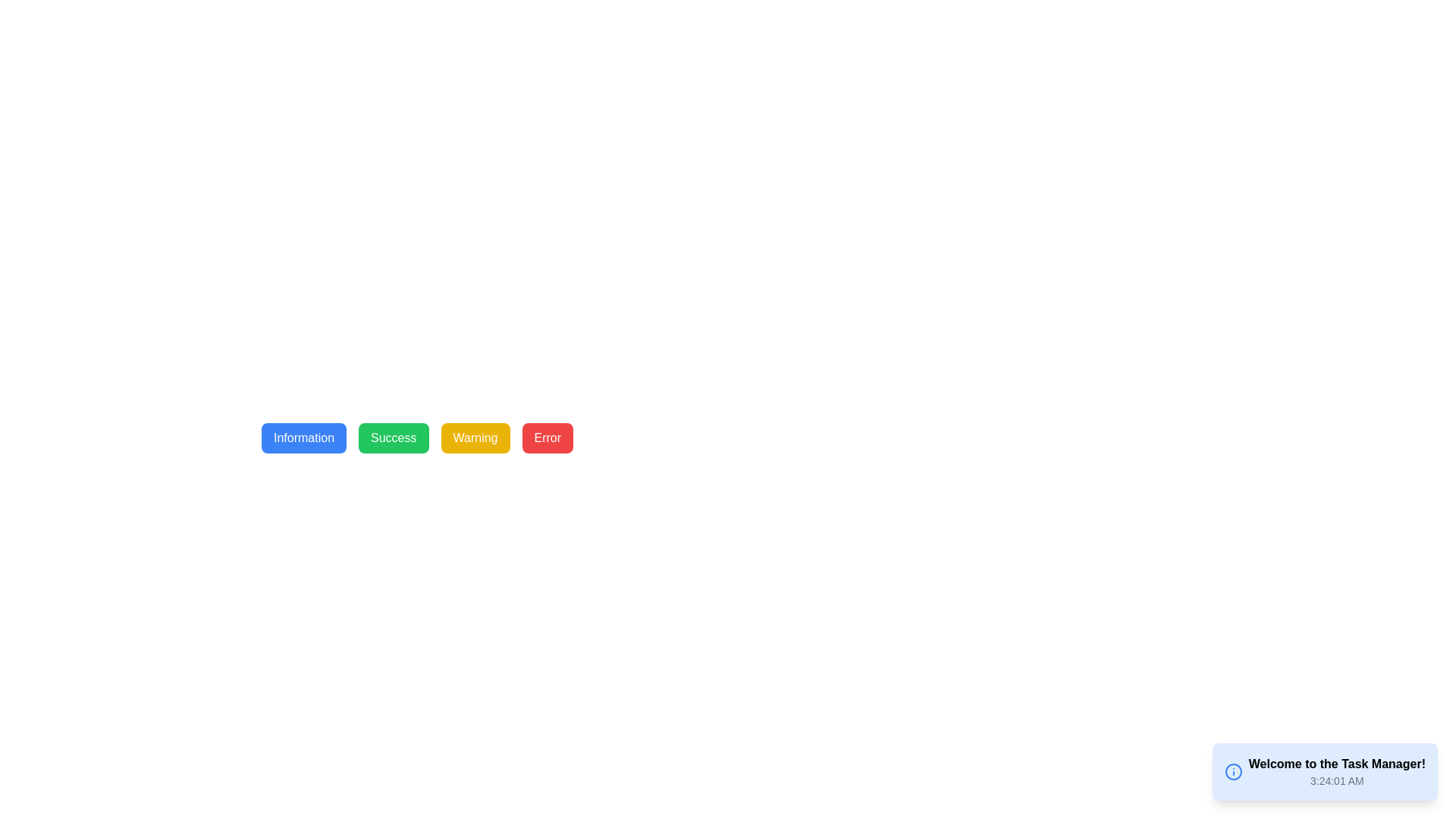 The width and height of the screenshot is (1456, 819). What do you see at coordinates (417, 438) in the screenshot?
I see `the 'Success' button, which has a green background and white text, to observe its hover effect` at bounding box center [417, 438].